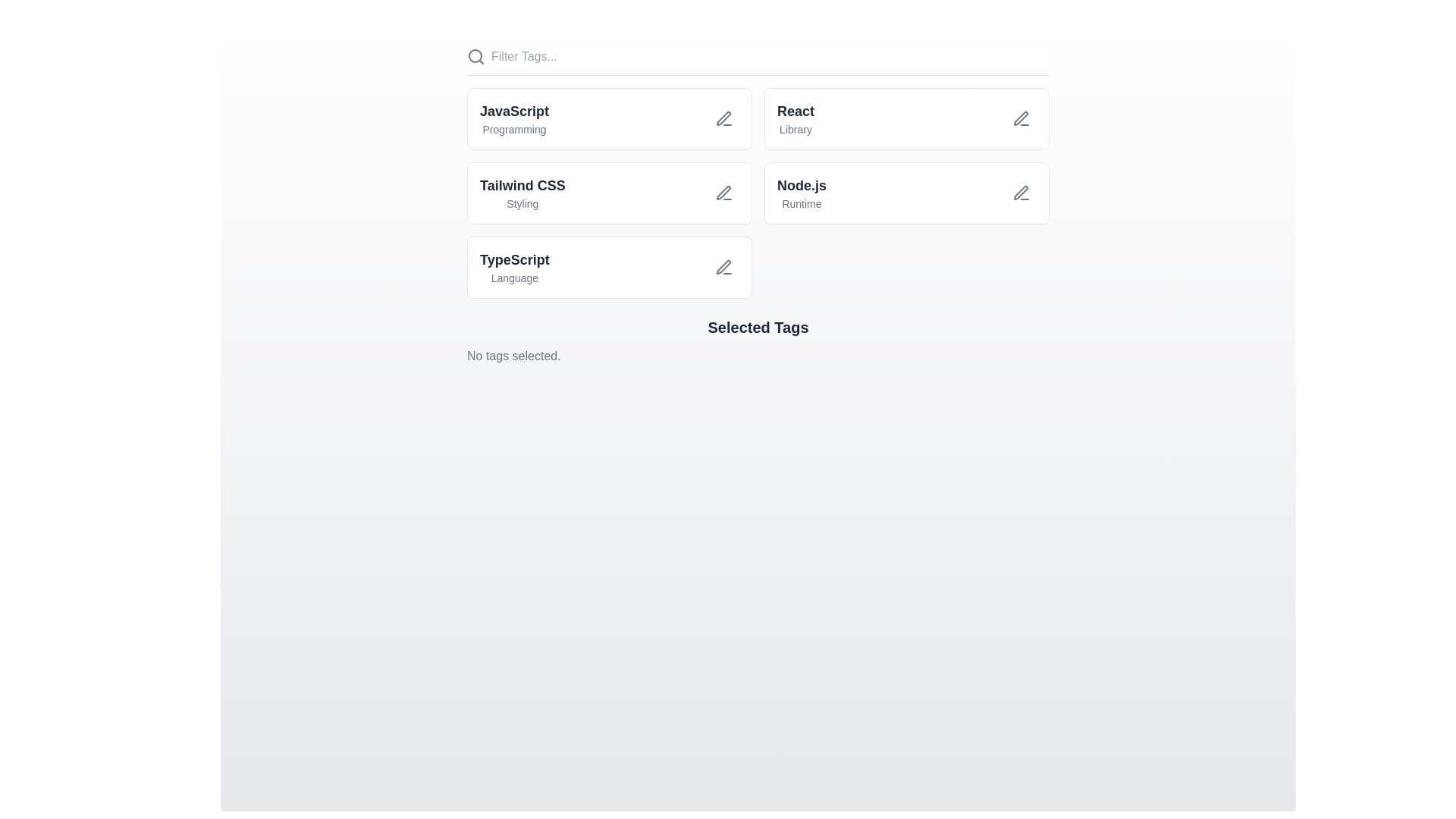 The height and width of the screenshot is (819, 1456). What do you see at coordinates (514, 278) in the screenshot?
I see `the static text element that serves as a description or category label for the 'TypeScript' label above it` at bounding box center [514, 278].